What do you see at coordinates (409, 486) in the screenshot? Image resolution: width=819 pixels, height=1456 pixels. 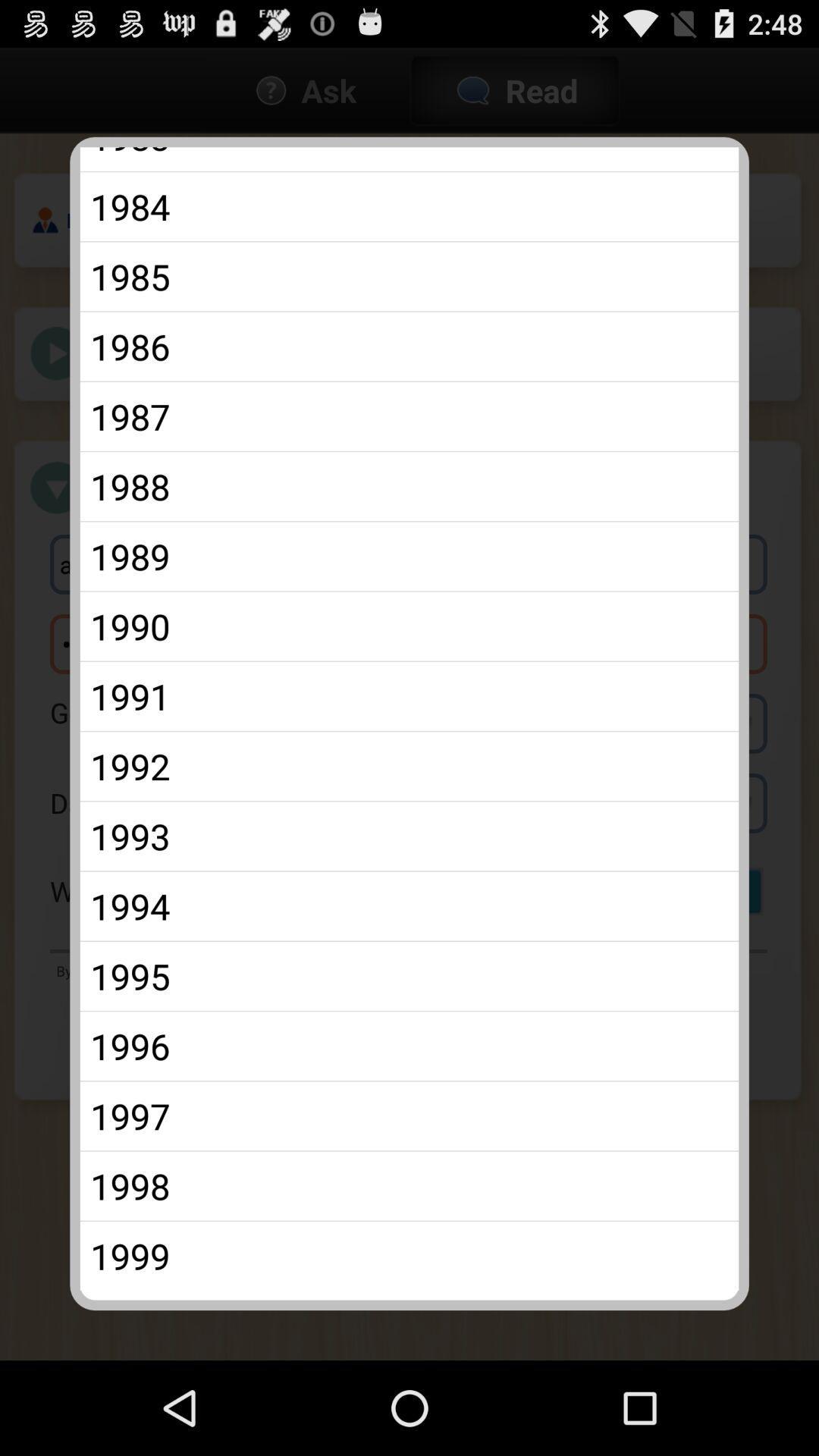 I see `1988 item` at bounding box center [409, 486].